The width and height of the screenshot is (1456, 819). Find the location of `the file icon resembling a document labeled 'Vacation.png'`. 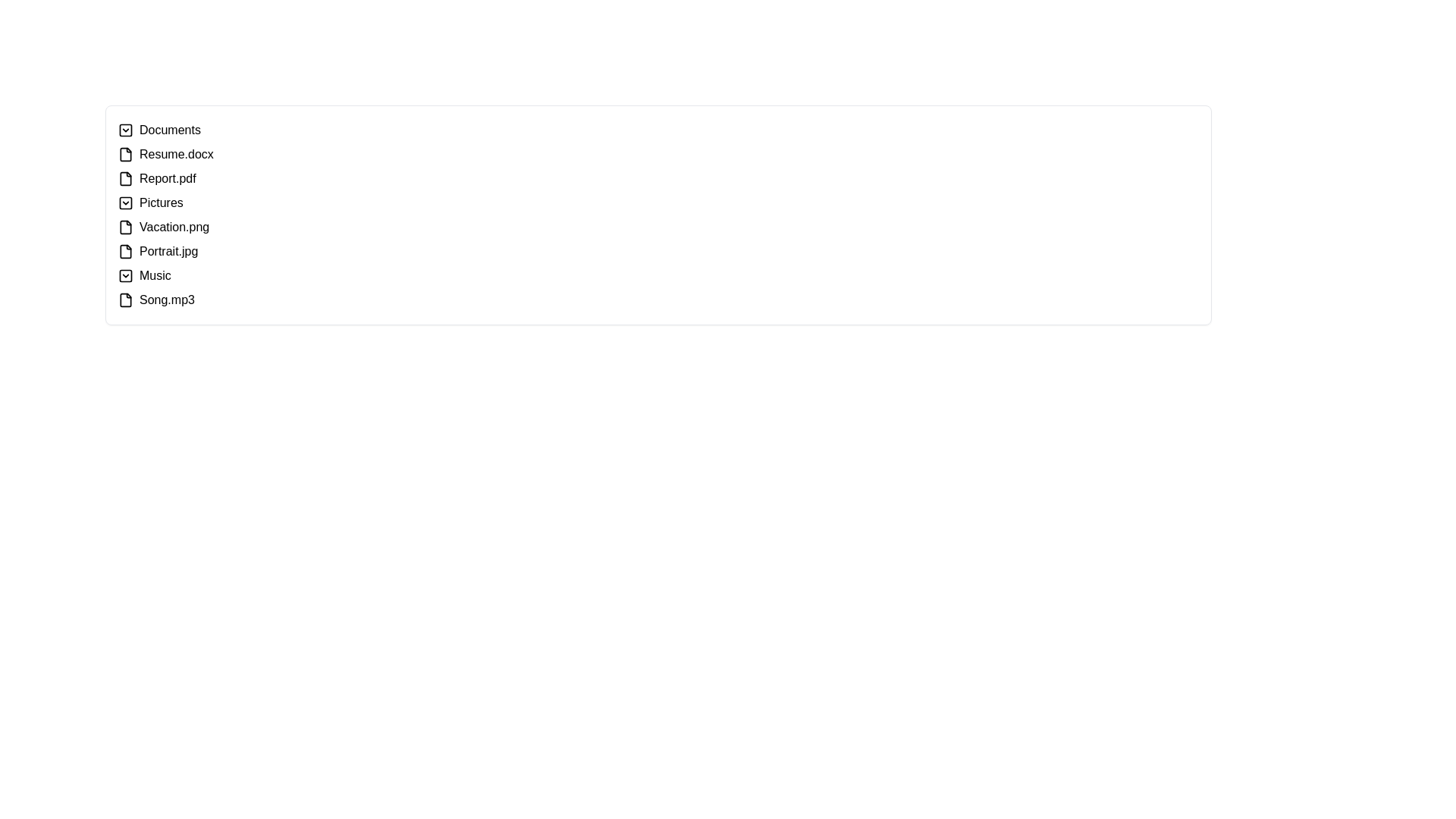

the file icon resembling a document labeled 'Vacation.png' is located at coordinates (126, 227).